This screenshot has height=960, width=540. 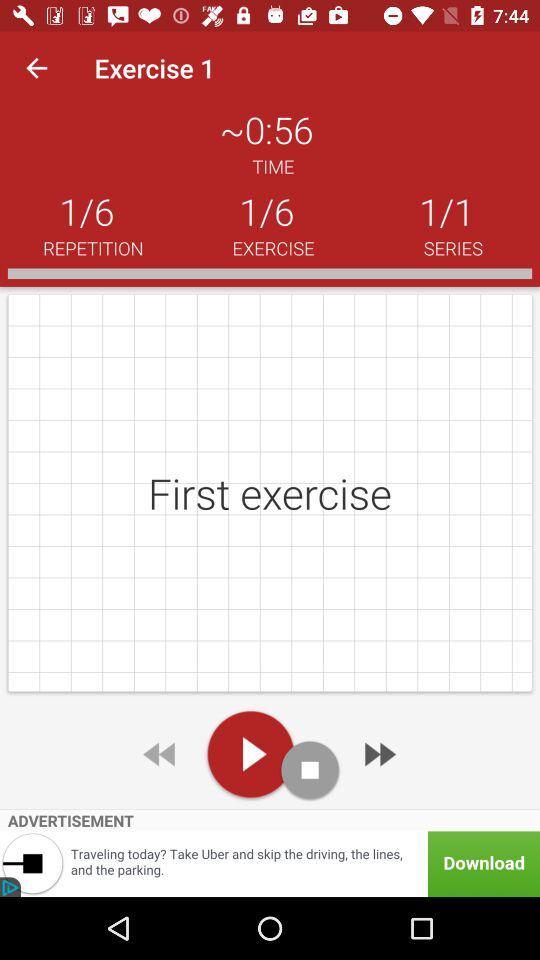 I want to click on stop audio file, so click(x=310, y=769).